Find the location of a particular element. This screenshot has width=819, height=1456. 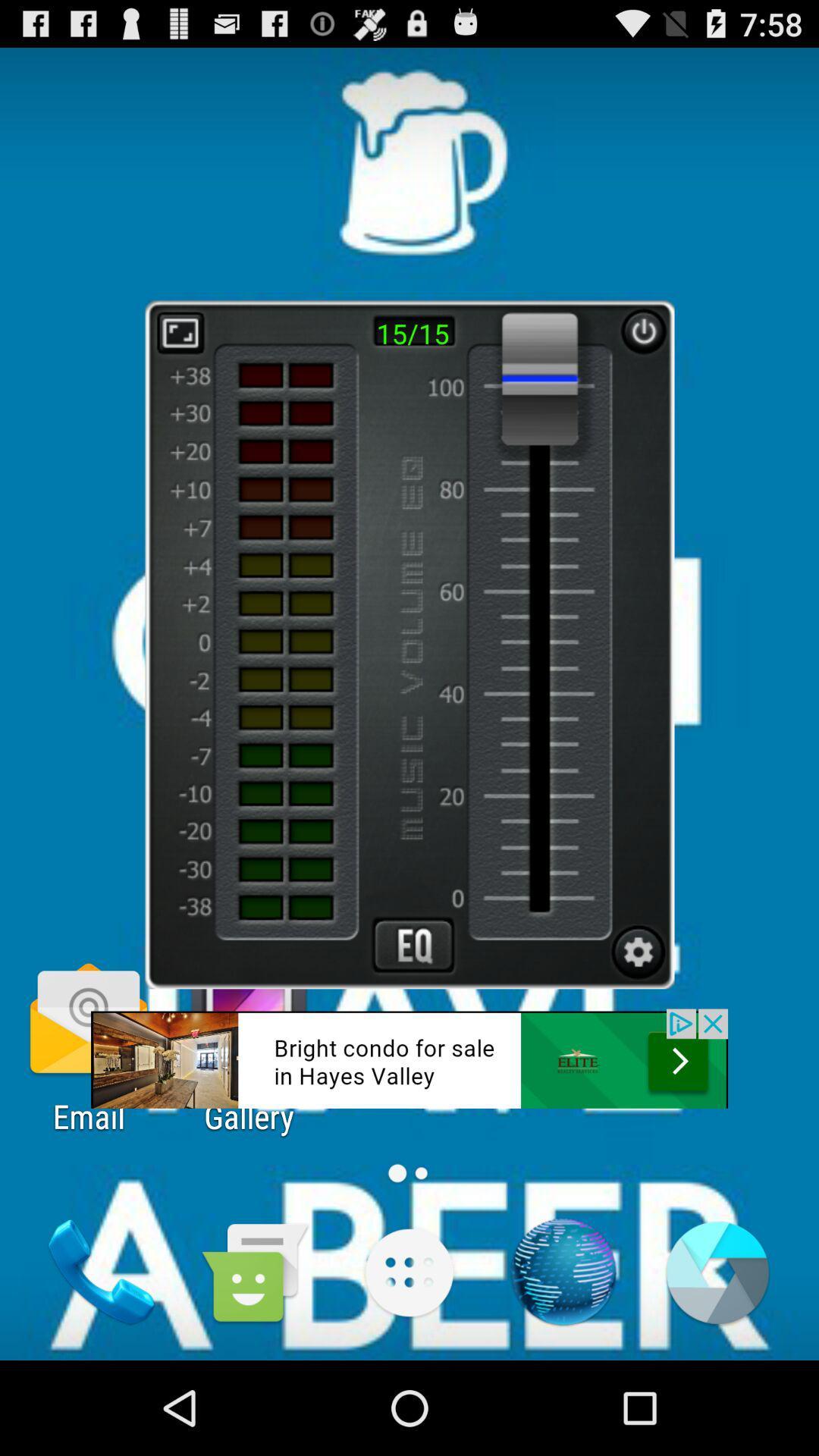

link button is located at coordinates (409, 1058).